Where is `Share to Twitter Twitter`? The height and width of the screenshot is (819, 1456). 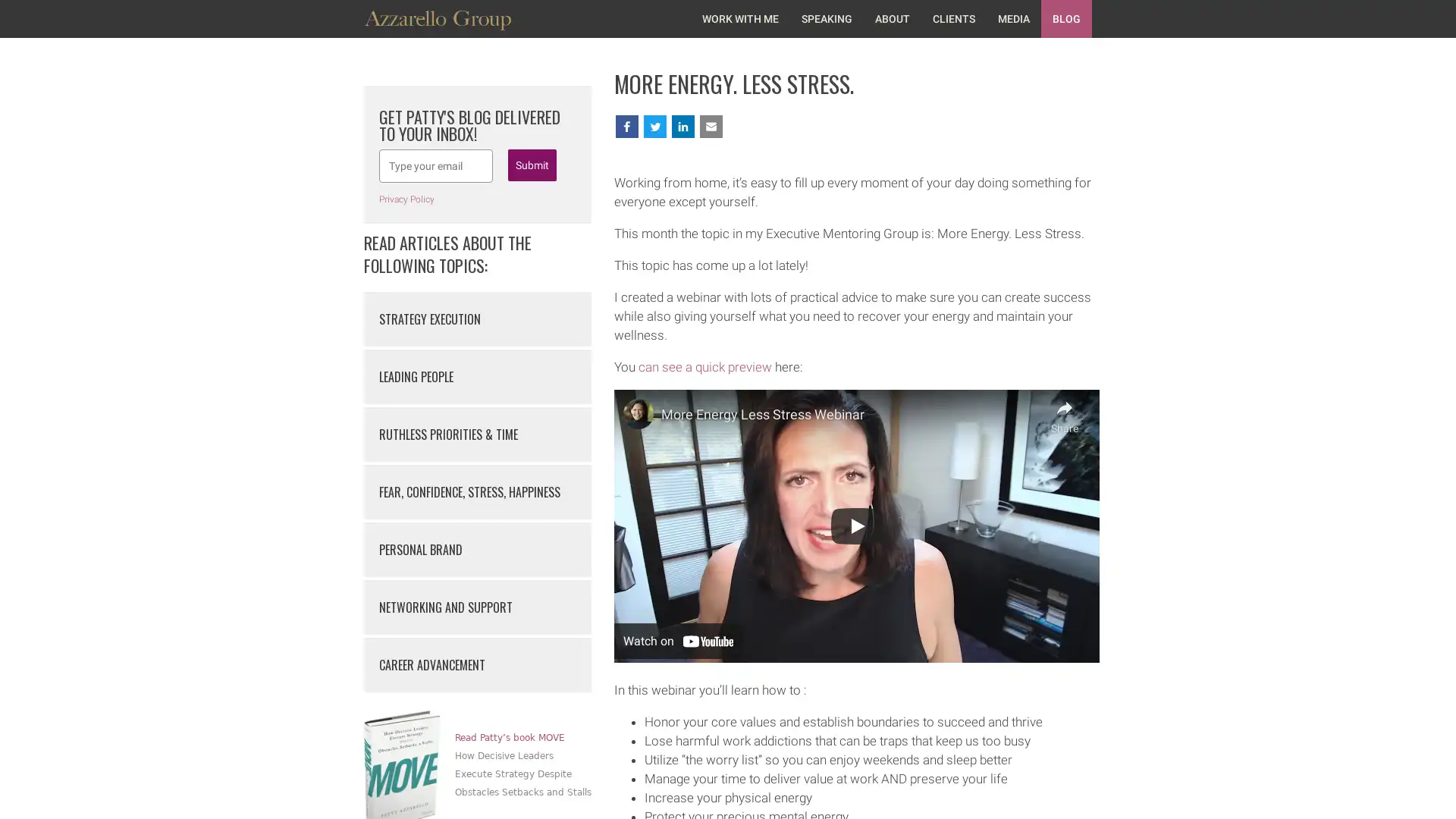 Share to Twitter Twitter is located at coordinates (729, 125).